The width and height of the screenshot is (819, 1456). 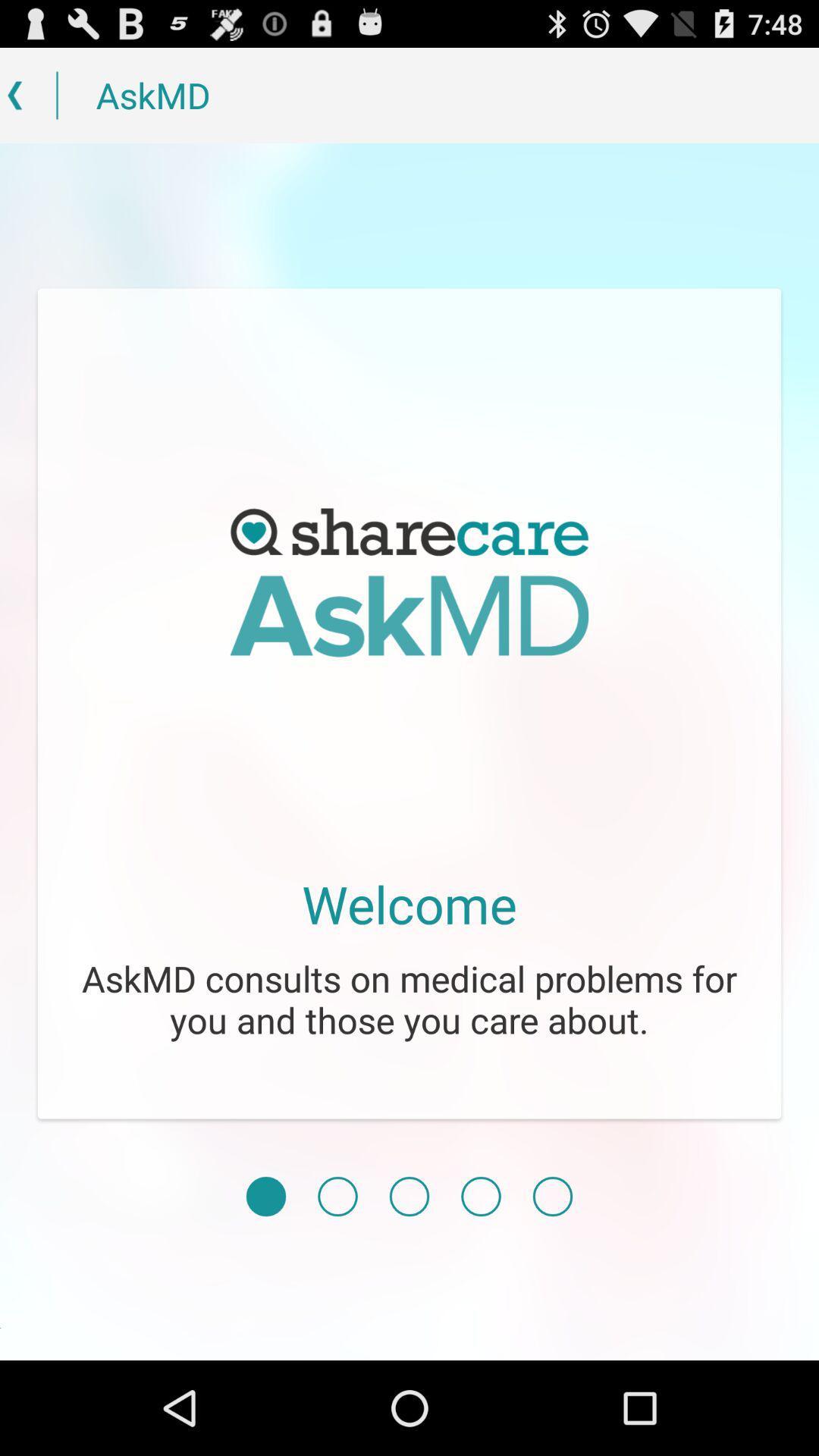 What do you see at coordinates (481, 1196) in the screenshot?
I see `item below askmd consults on` at bounding box center [481, 1196].